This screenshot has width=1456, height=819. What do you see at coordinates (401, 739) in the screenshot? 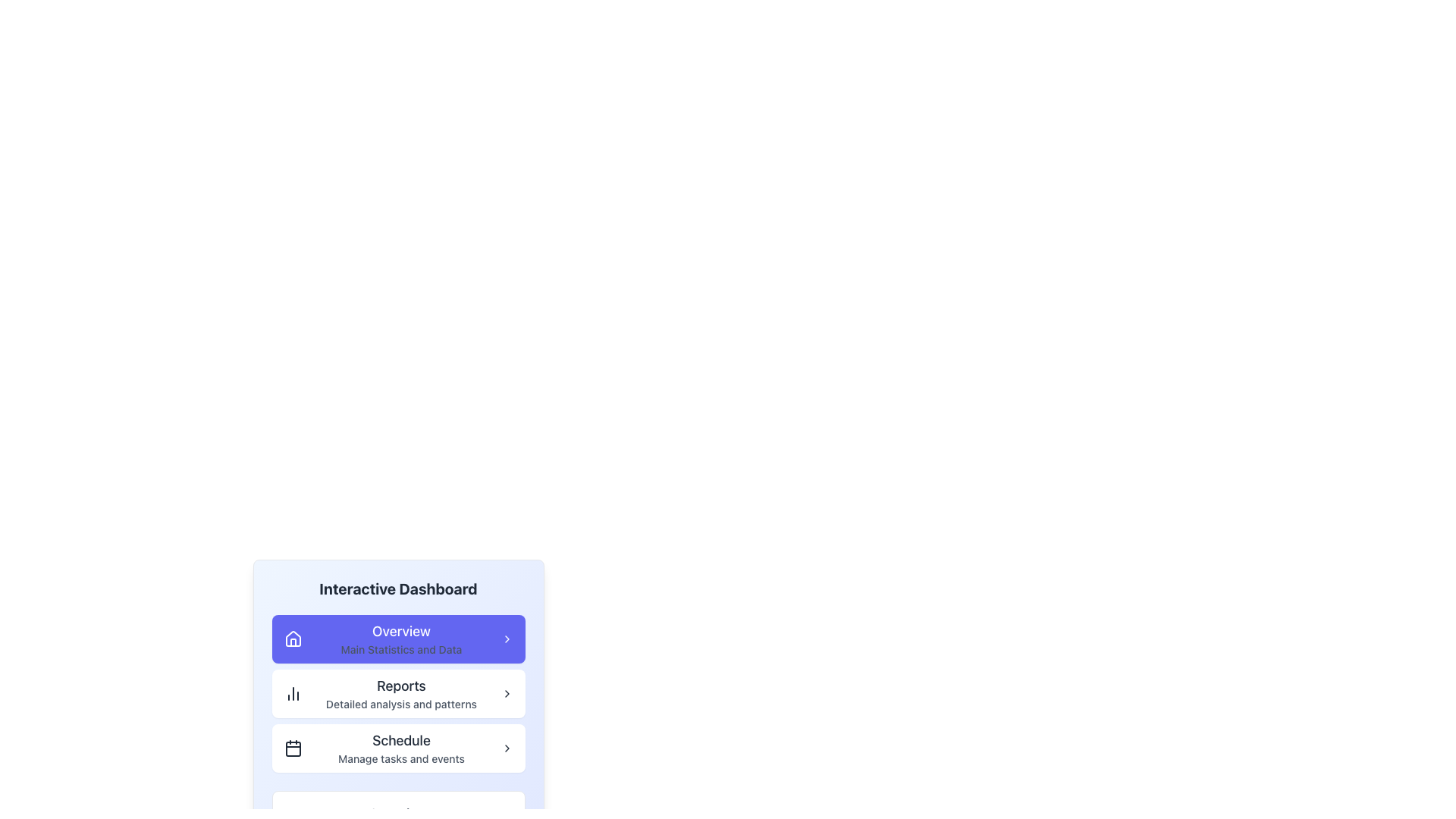
I see `the 'Schedule' text label within the navigation menu, which is positioned below the 'Overview' and 'Reports' options and serves as the title for that section` at bounding box center [401, 739].